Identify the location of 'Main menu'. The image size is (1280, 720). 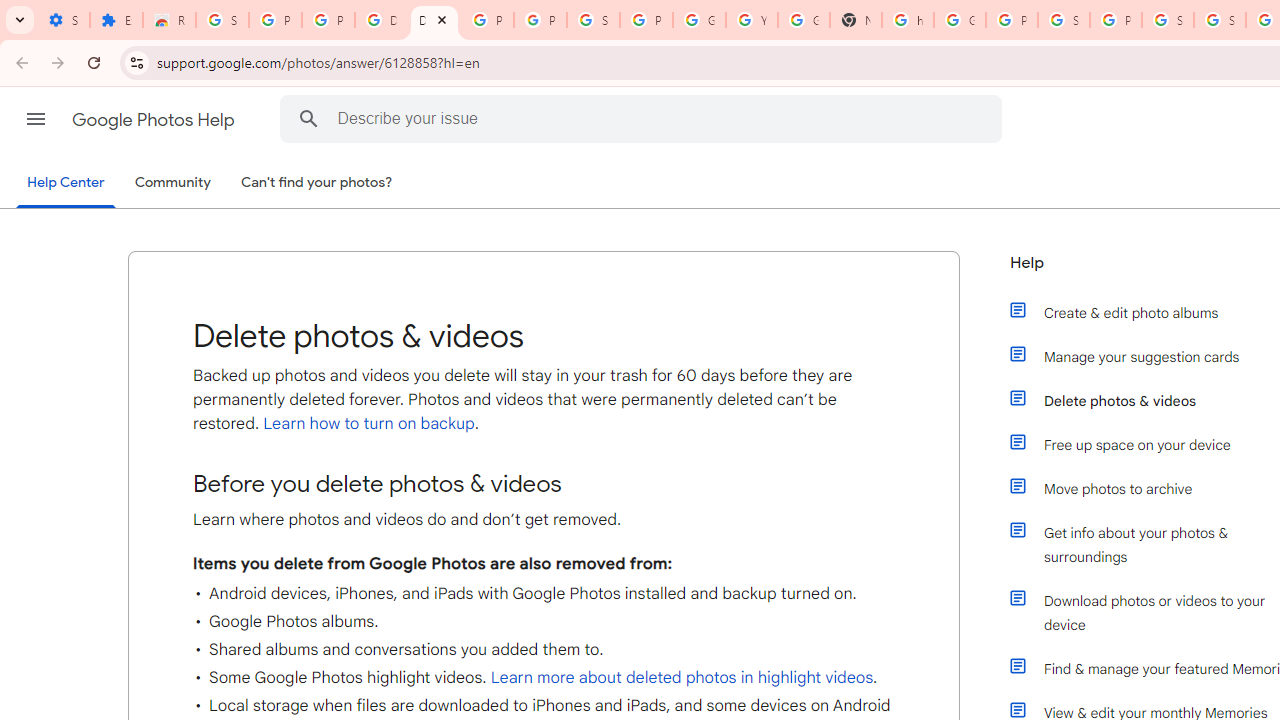
(35, 119).